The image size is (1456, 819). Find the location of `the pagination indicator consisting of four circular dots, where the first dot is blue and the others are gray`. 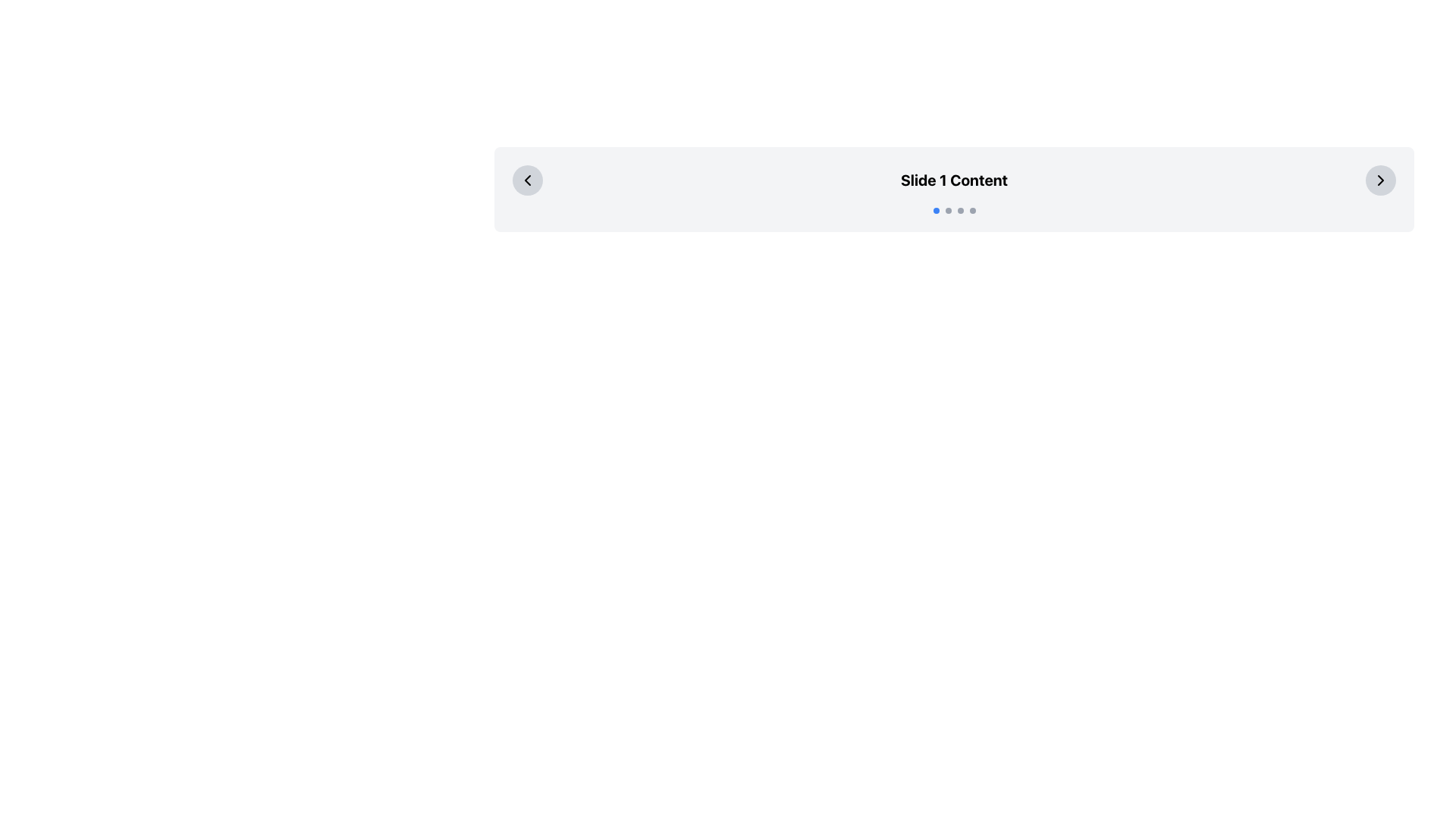

the pagination indicator consisting of four circular dots, where the first dot is blue and the others are gray is located at coordinates (953, 210).